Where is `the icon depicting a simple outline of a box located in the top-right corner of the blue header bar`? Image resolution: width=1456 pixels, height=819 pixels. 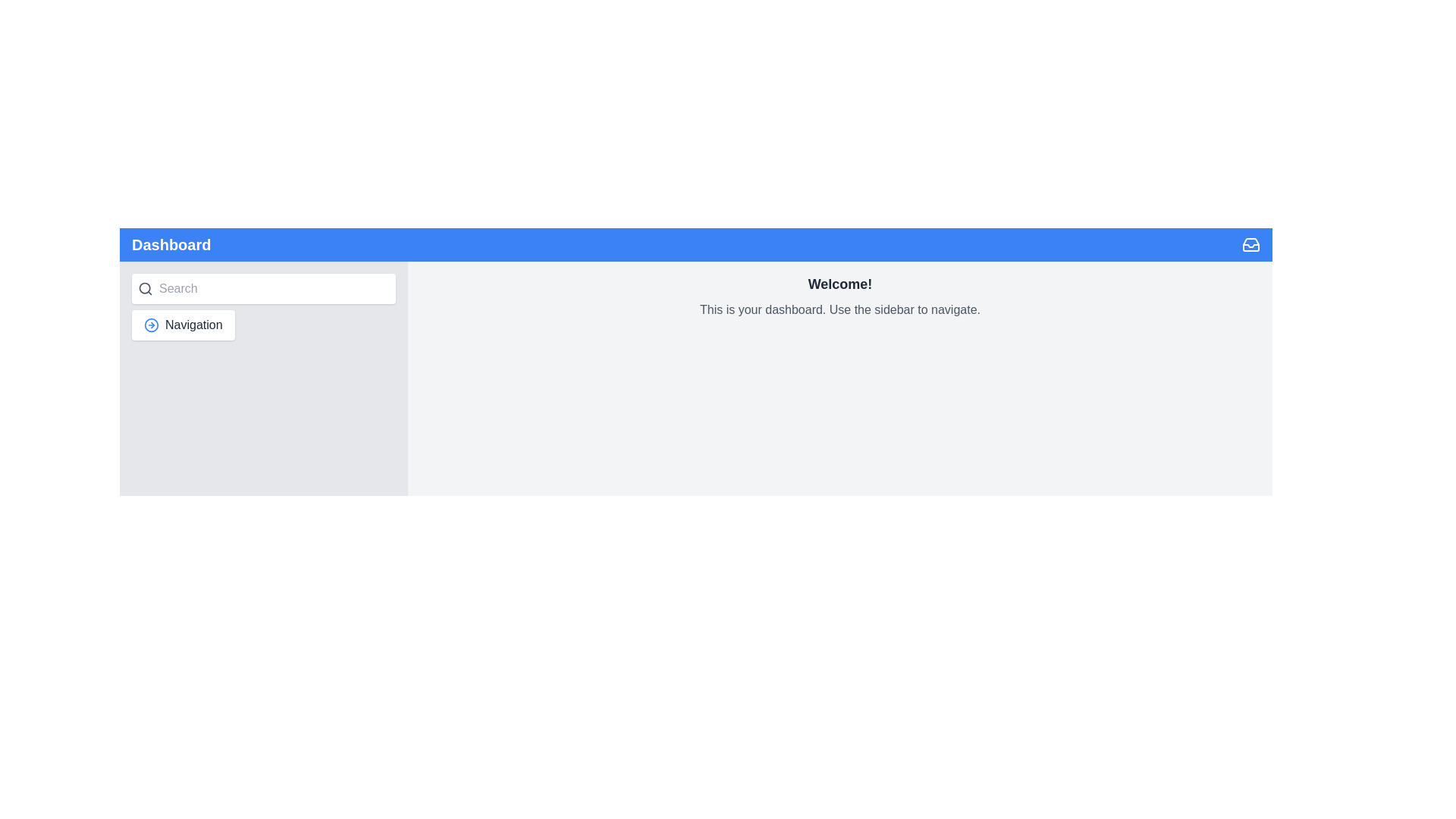 the icon depicting a simple outline of a box located in the top-right corner of the blue header bar is located at coordinates (1251, 244).